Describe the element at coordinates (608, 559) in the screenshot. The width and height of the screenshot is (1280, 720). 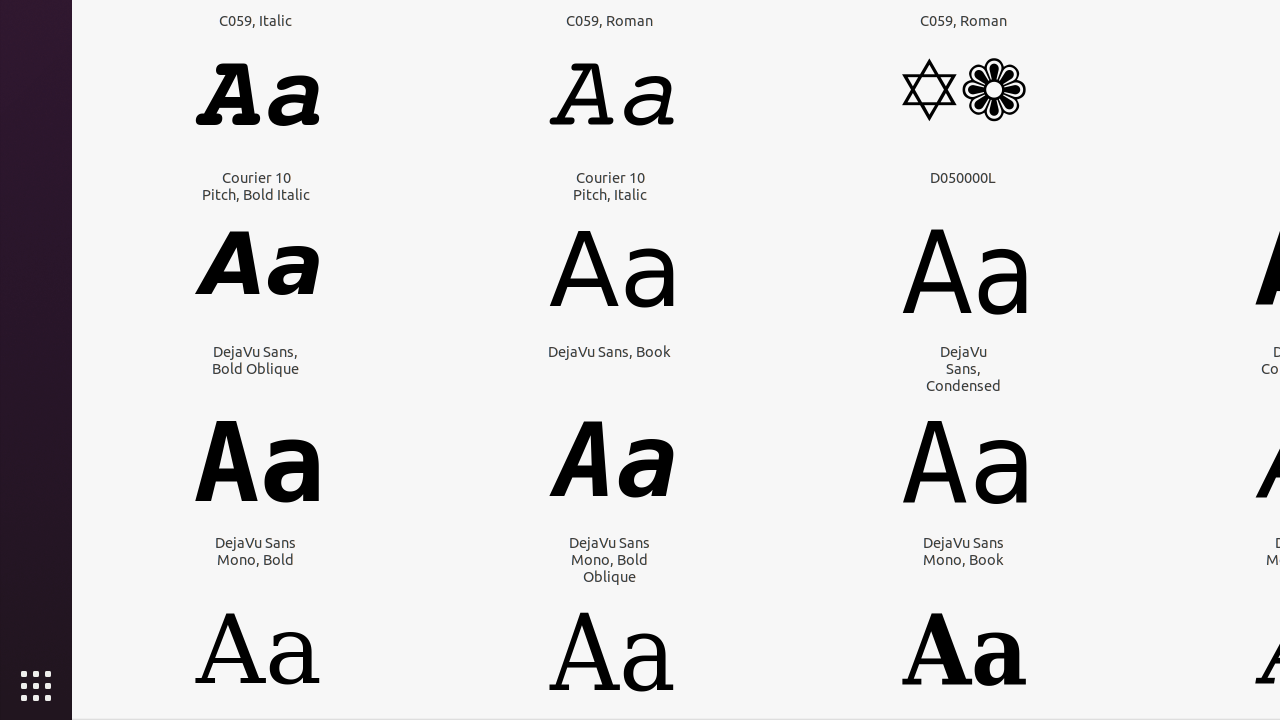
I see `'DejaVu Sans Mono, Bold Oblique'` at that location.